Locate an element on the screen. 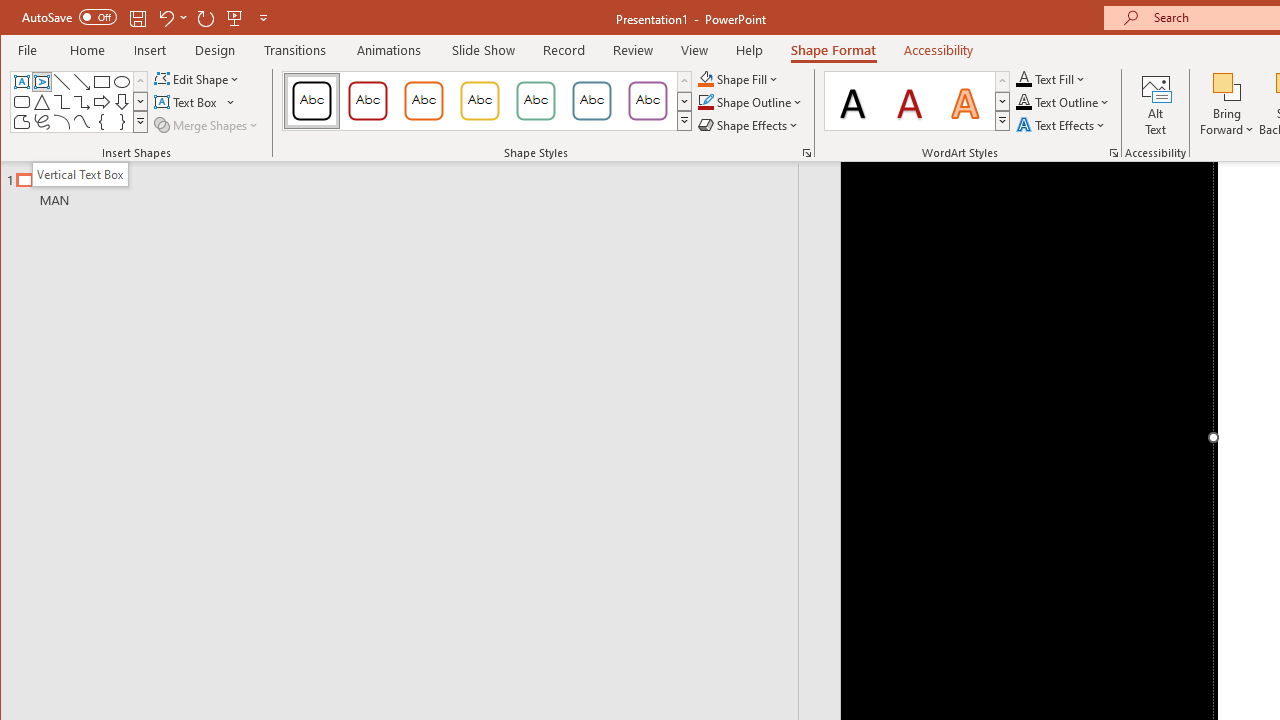 This screenshot has width=1280, height=720. 'Colored Outline - Purple, Accent 6' is located at coordinates (647, 100).